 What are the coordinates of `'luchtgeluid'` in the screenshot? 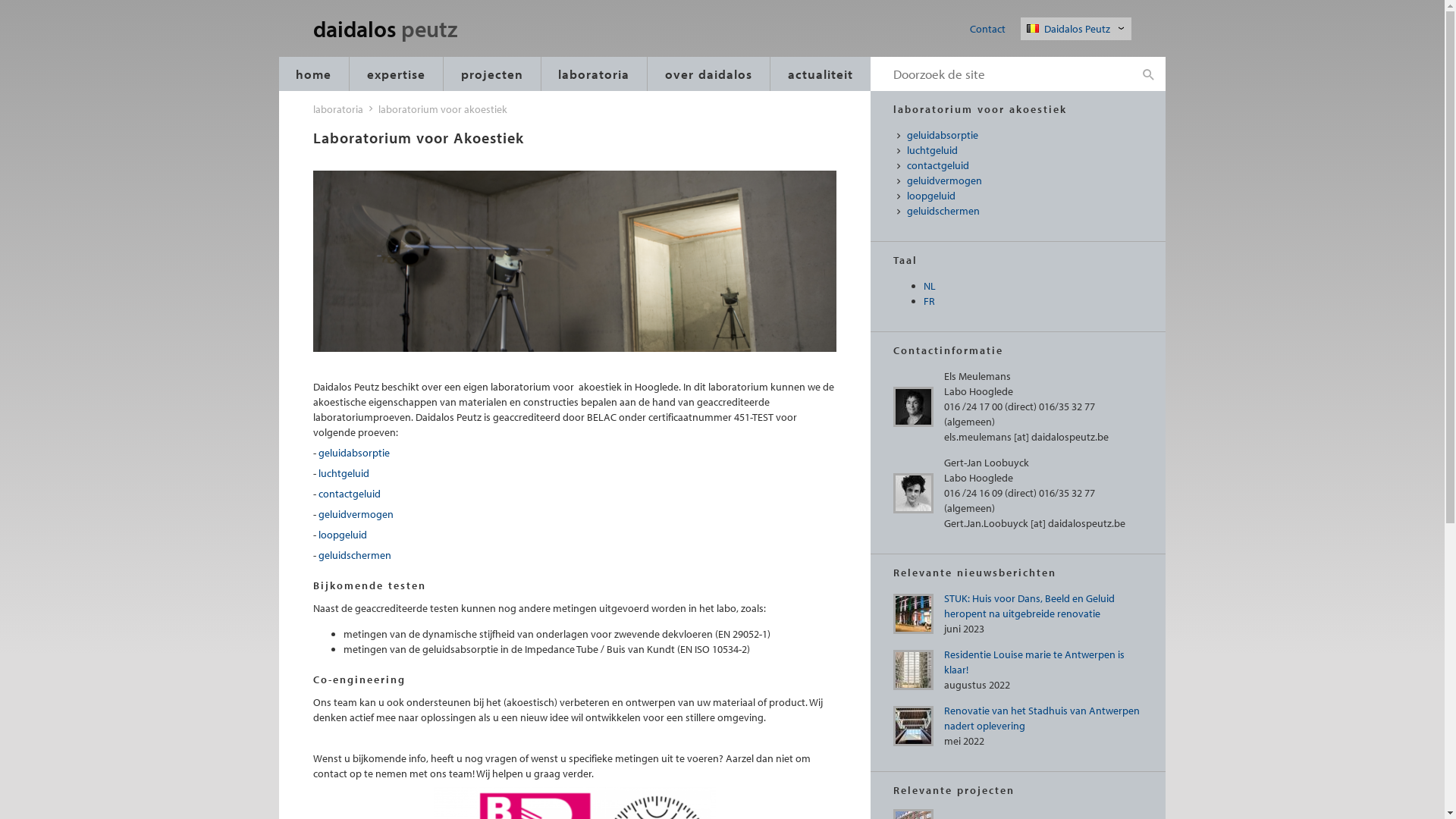 It's located at (906, 151).